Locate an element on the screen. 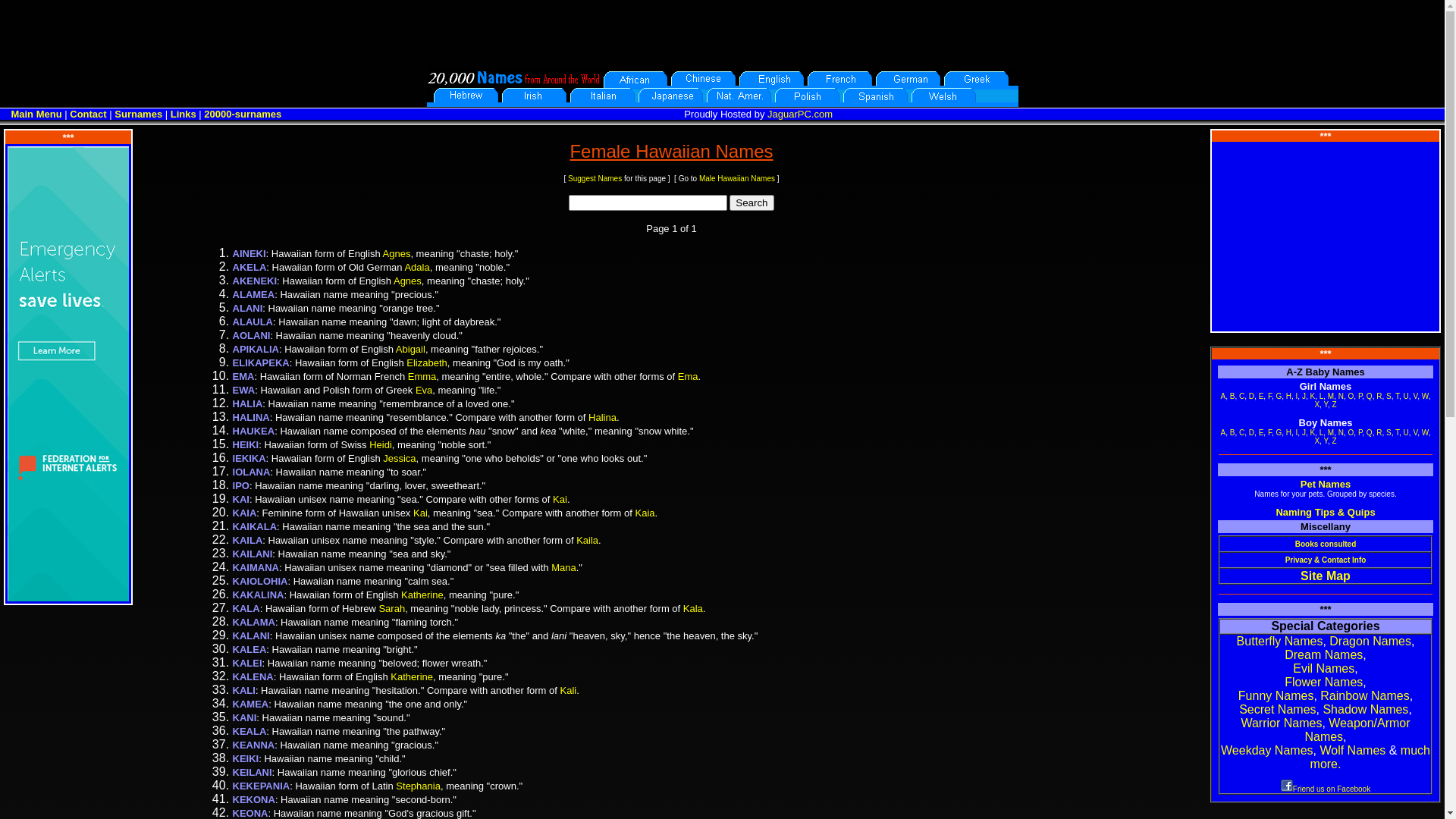 The height and width of the screenshot is (819, 1456). 'Secret Names' is located at coordinates (1276, 709).